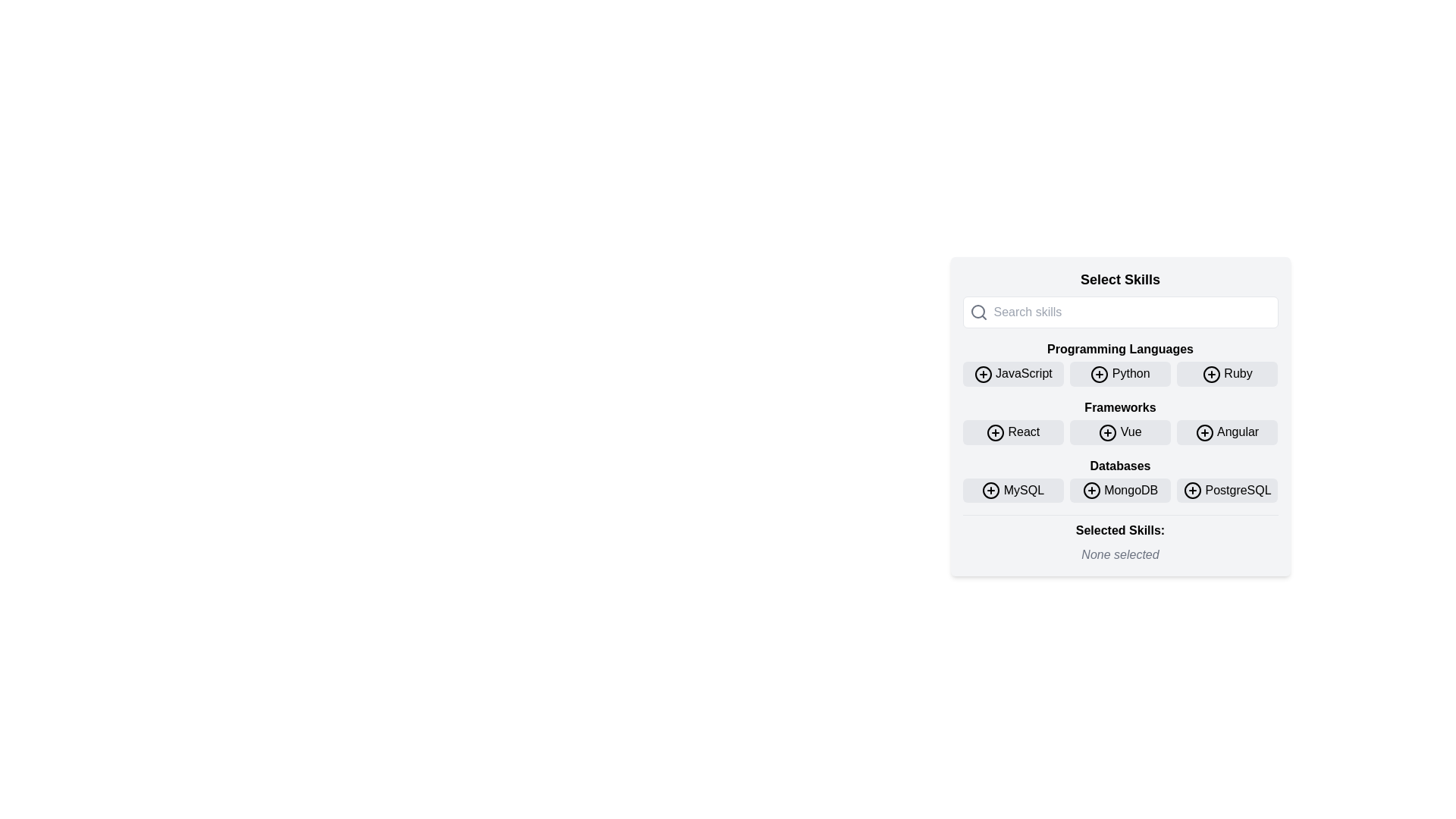 The width and height of the screenshot is (1456, 819). I want to click on the circular SVG graphical component of the interactive icon located, so click(983, 374).